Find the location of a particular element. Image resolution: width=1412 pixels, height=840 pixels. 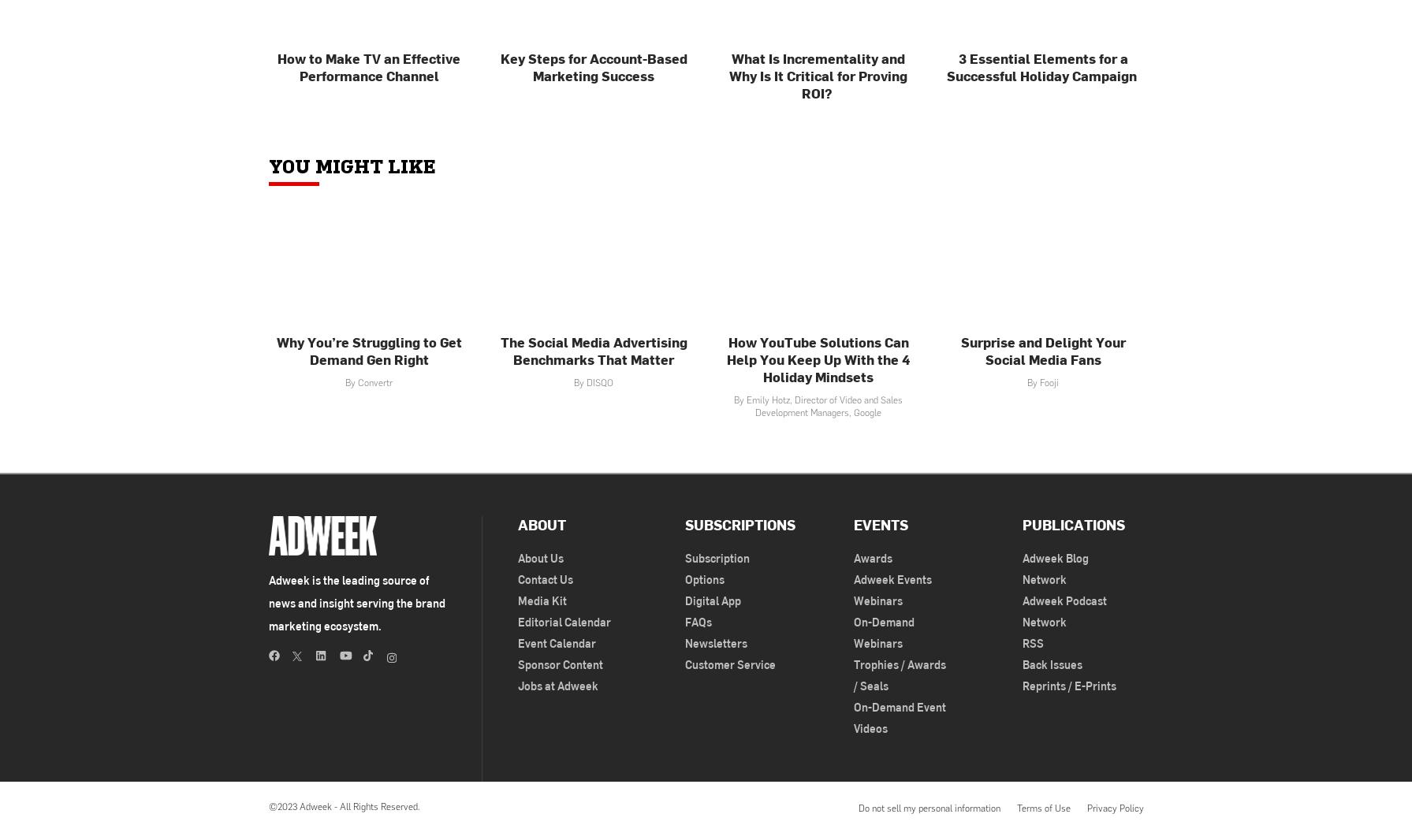

'Key Steps for Account-Based Marketing Success' is located at coordinates (500, 65).